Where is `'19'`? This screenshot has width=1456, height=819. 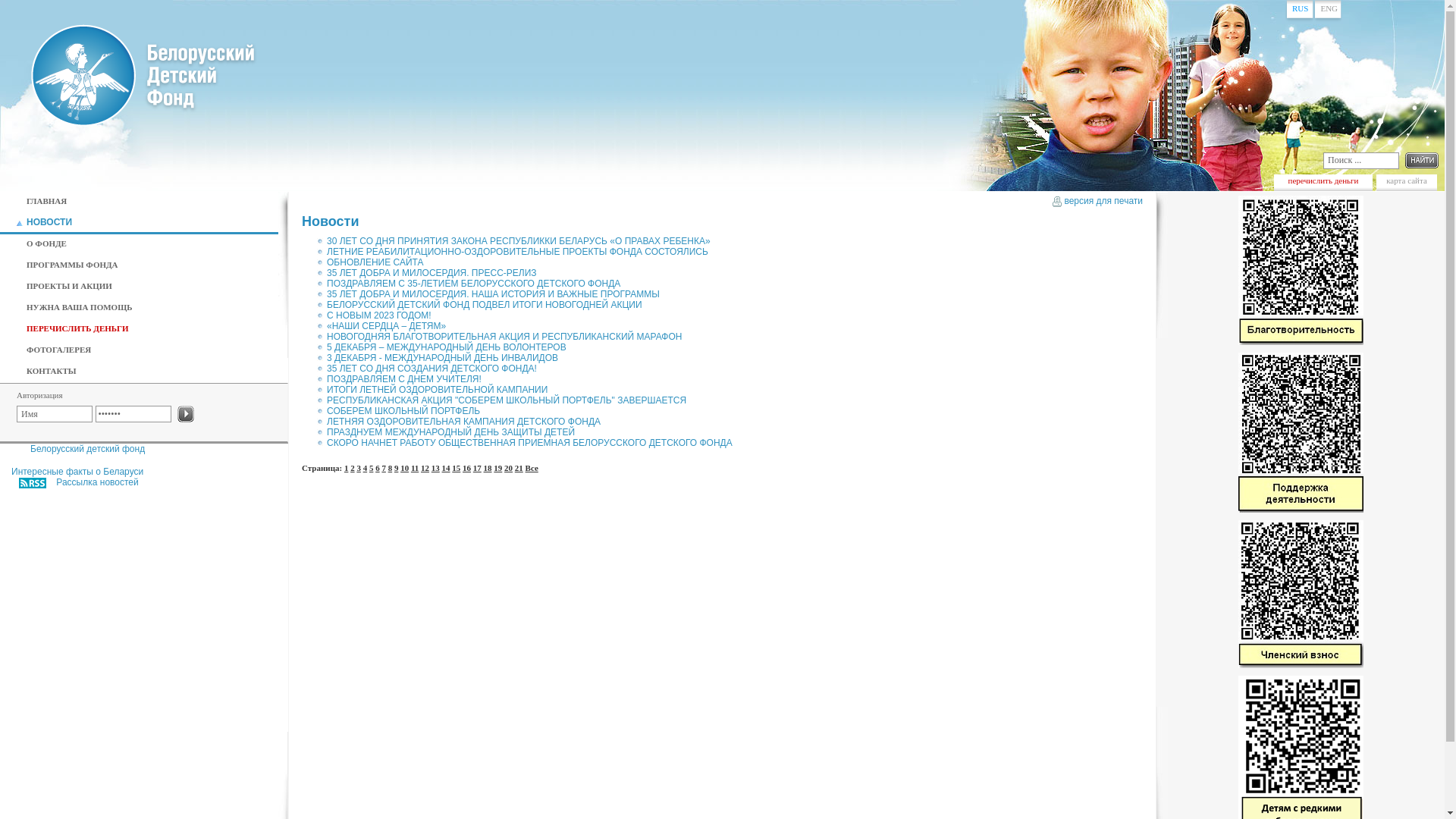
'19' is located at coordinates (497, 463).